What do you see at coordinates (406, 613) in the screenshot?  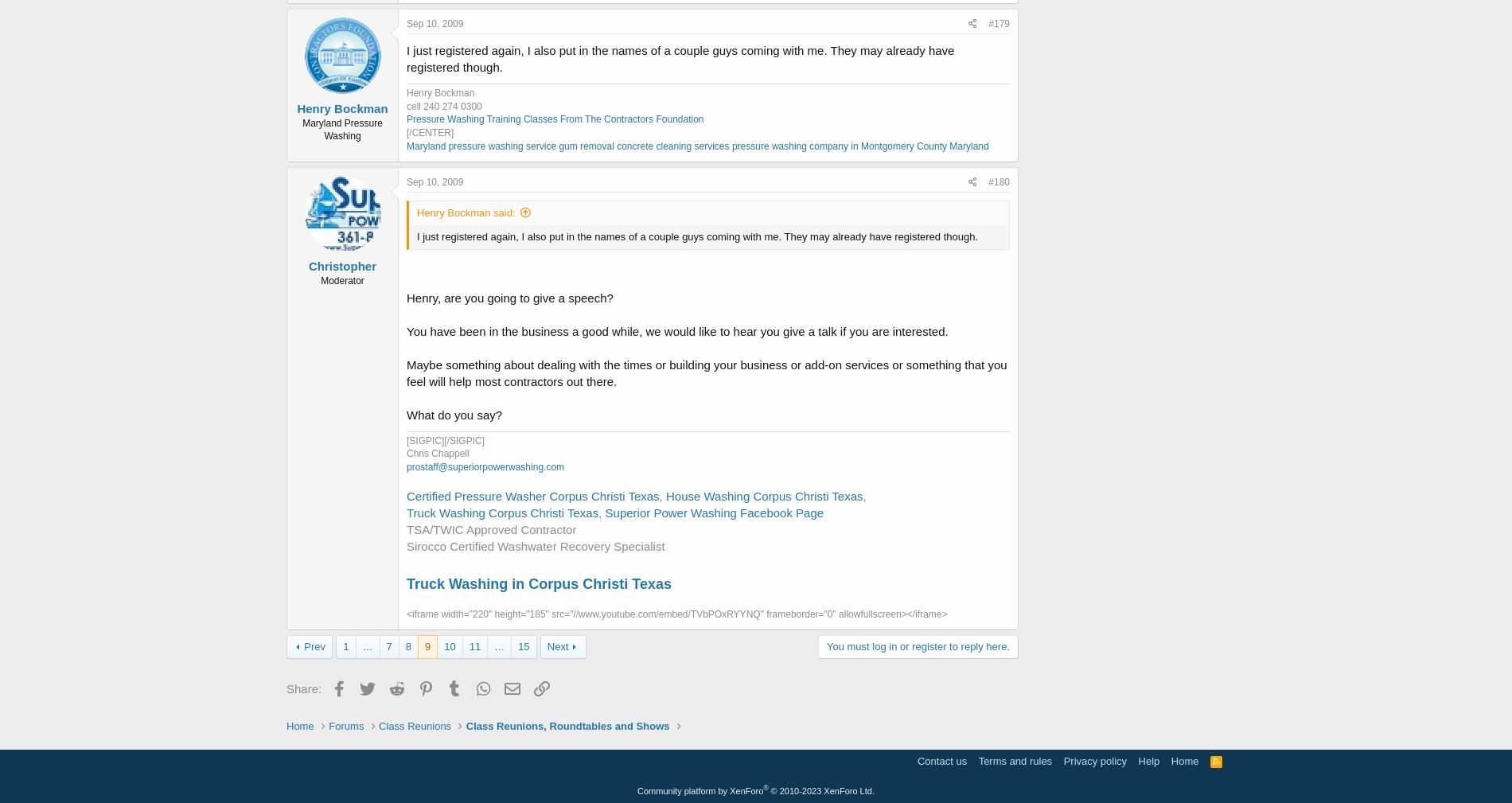 I see `'<iframe width="220" height="185" src="//www.youtube.com/embed/TVbPOxRYYNQ" frameborder="0" allowfullscreen></iframe>'` at bounding box center [406, 613].